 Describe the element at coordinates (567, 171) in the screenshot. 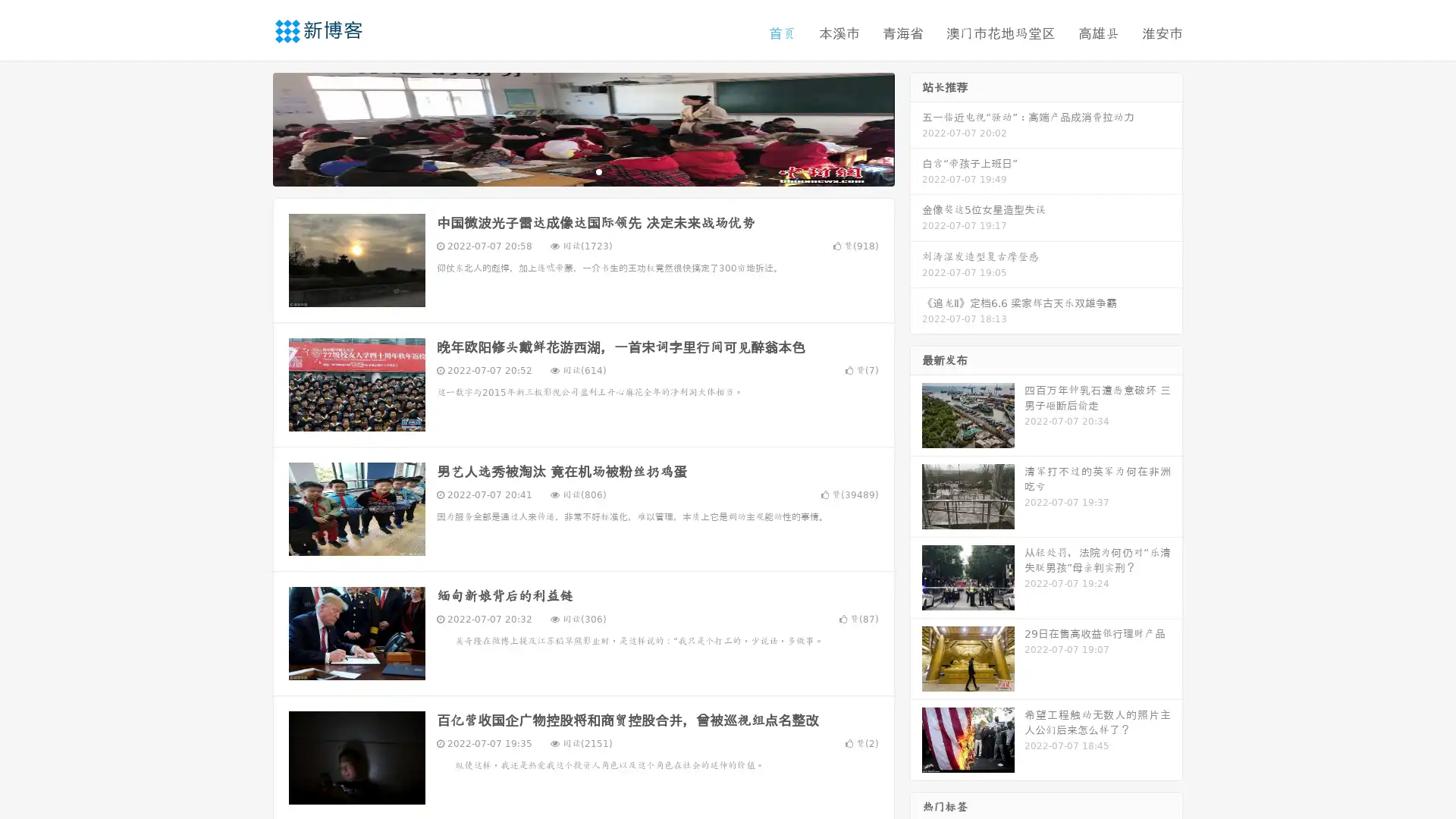

I see `Go to slide 1` at that location.